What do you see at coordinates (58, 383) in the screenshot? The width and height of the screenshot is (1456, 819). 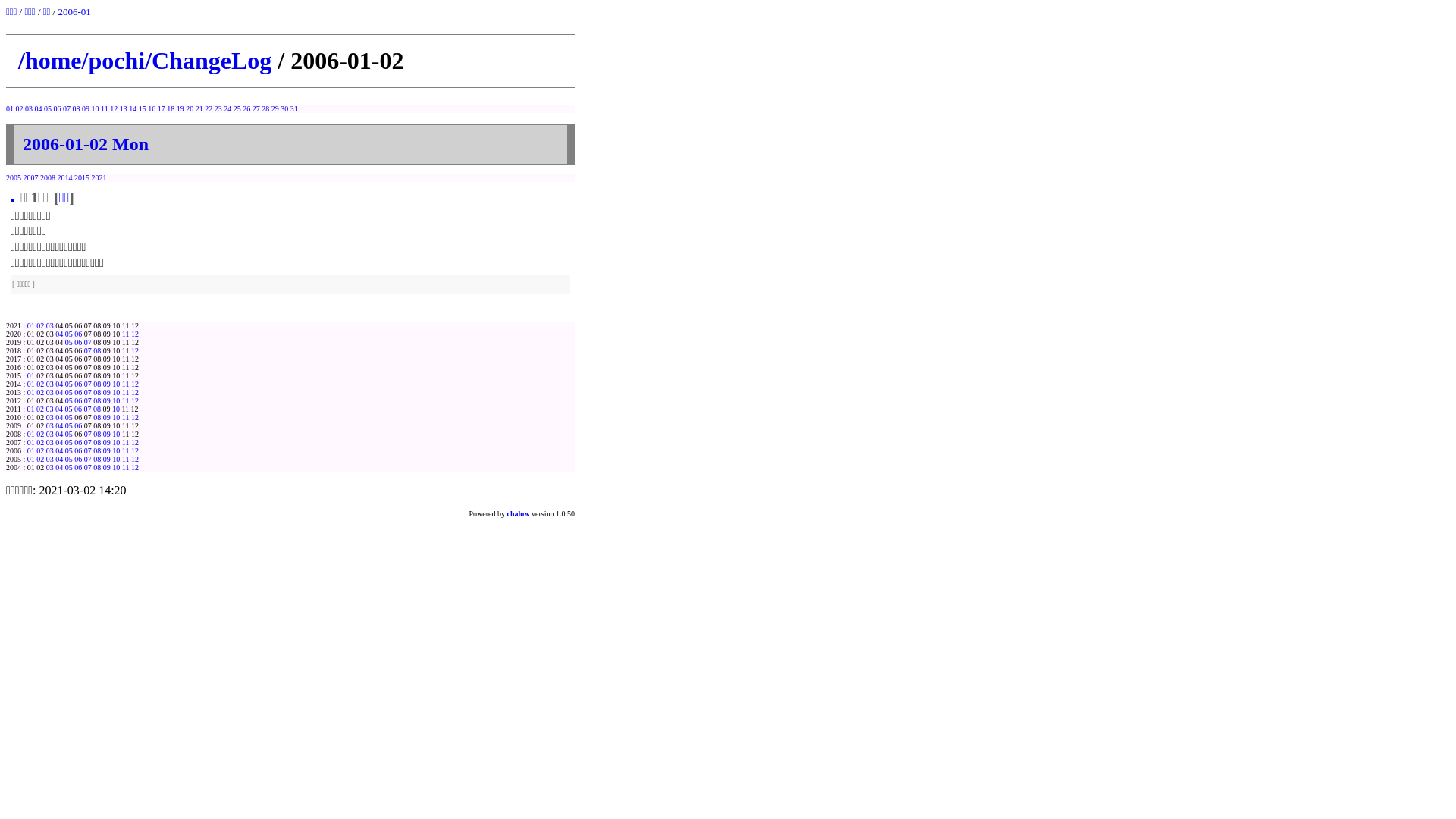 I see `'04'` at bounding box center [58, 383].